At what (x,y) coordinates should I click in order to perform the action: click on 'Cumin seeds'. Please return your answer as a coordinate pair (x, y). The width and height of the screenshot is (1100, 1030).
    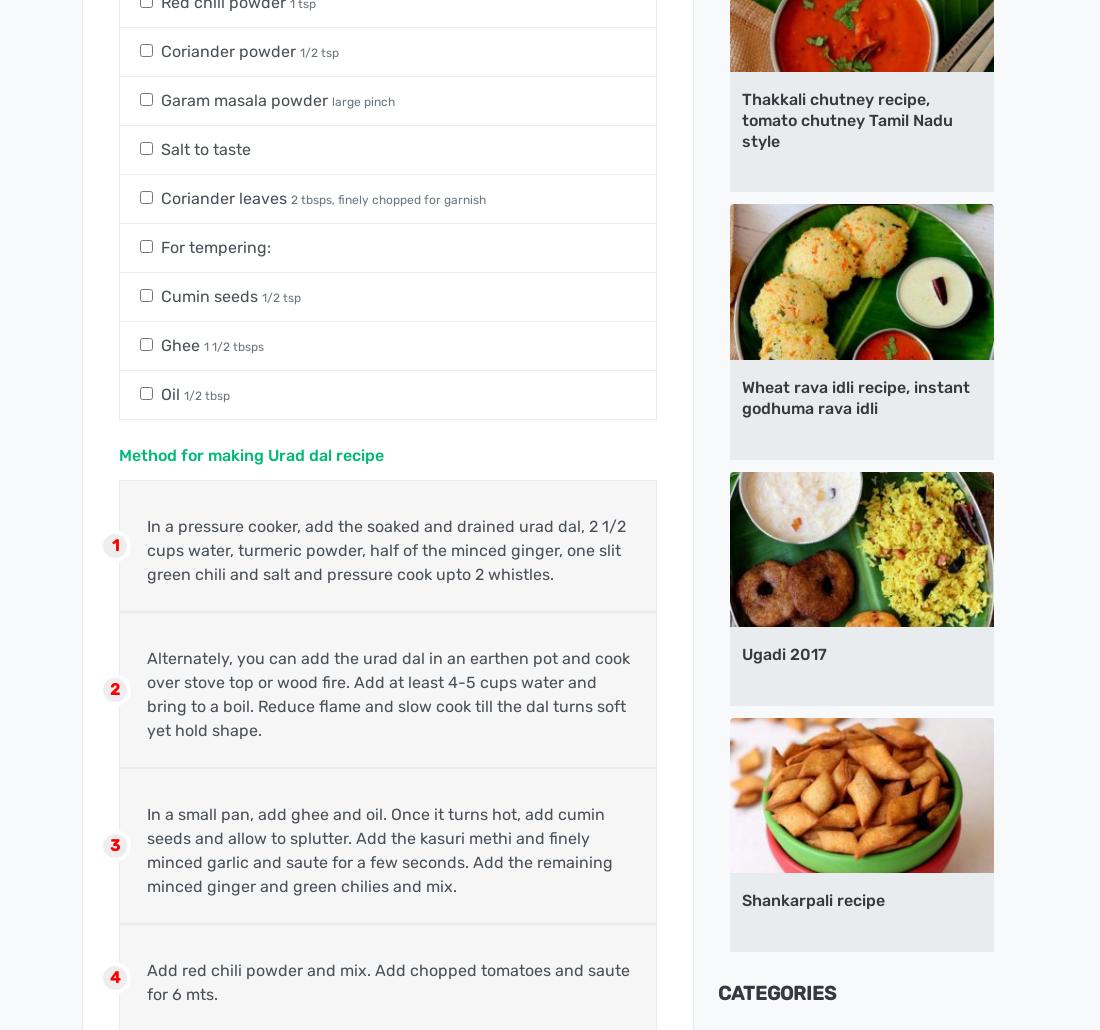
    Looking at the image, I should click on (211, 294).